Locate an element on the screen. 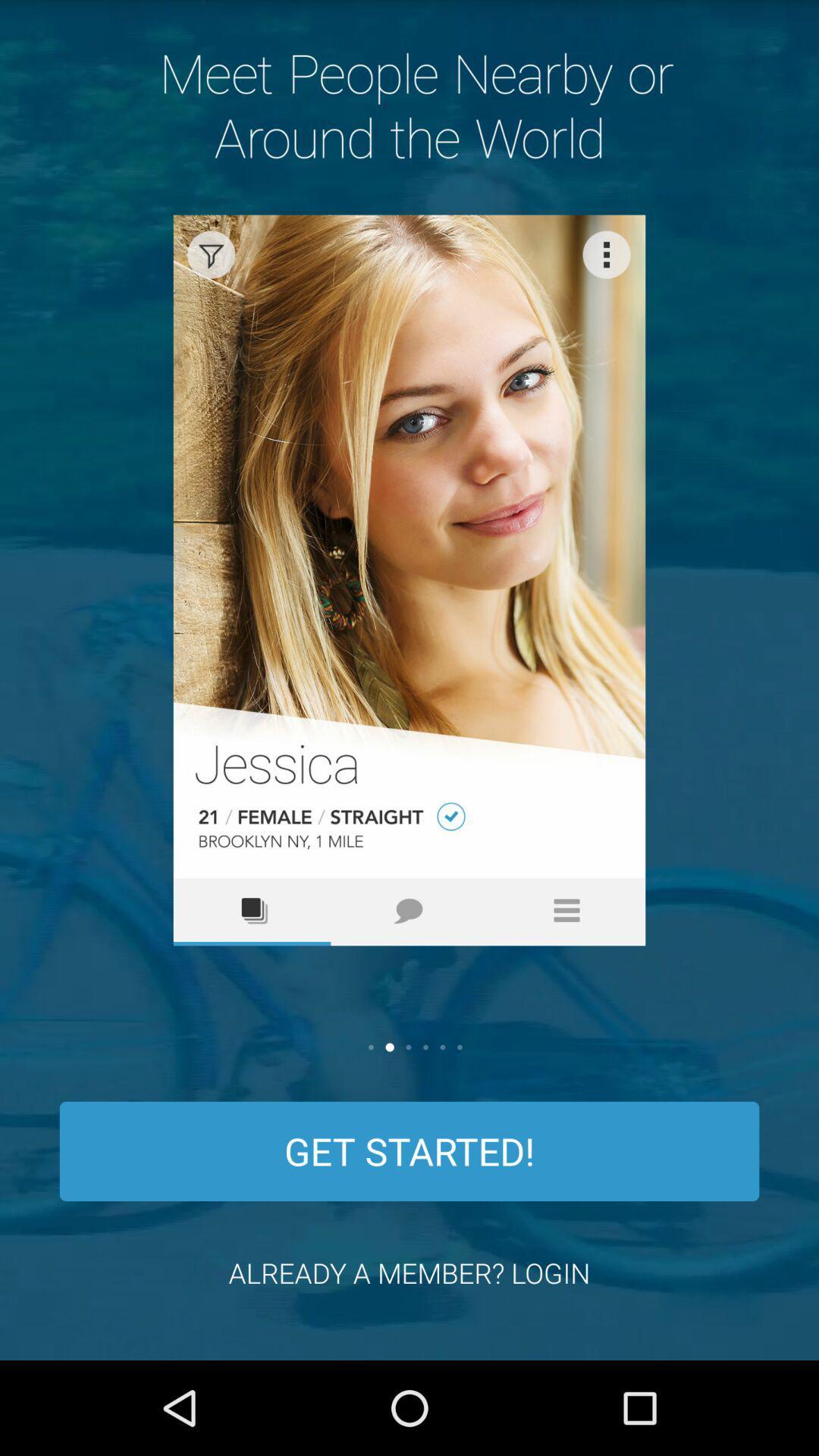  item below get started! item is located at coordinates (409, 1272).